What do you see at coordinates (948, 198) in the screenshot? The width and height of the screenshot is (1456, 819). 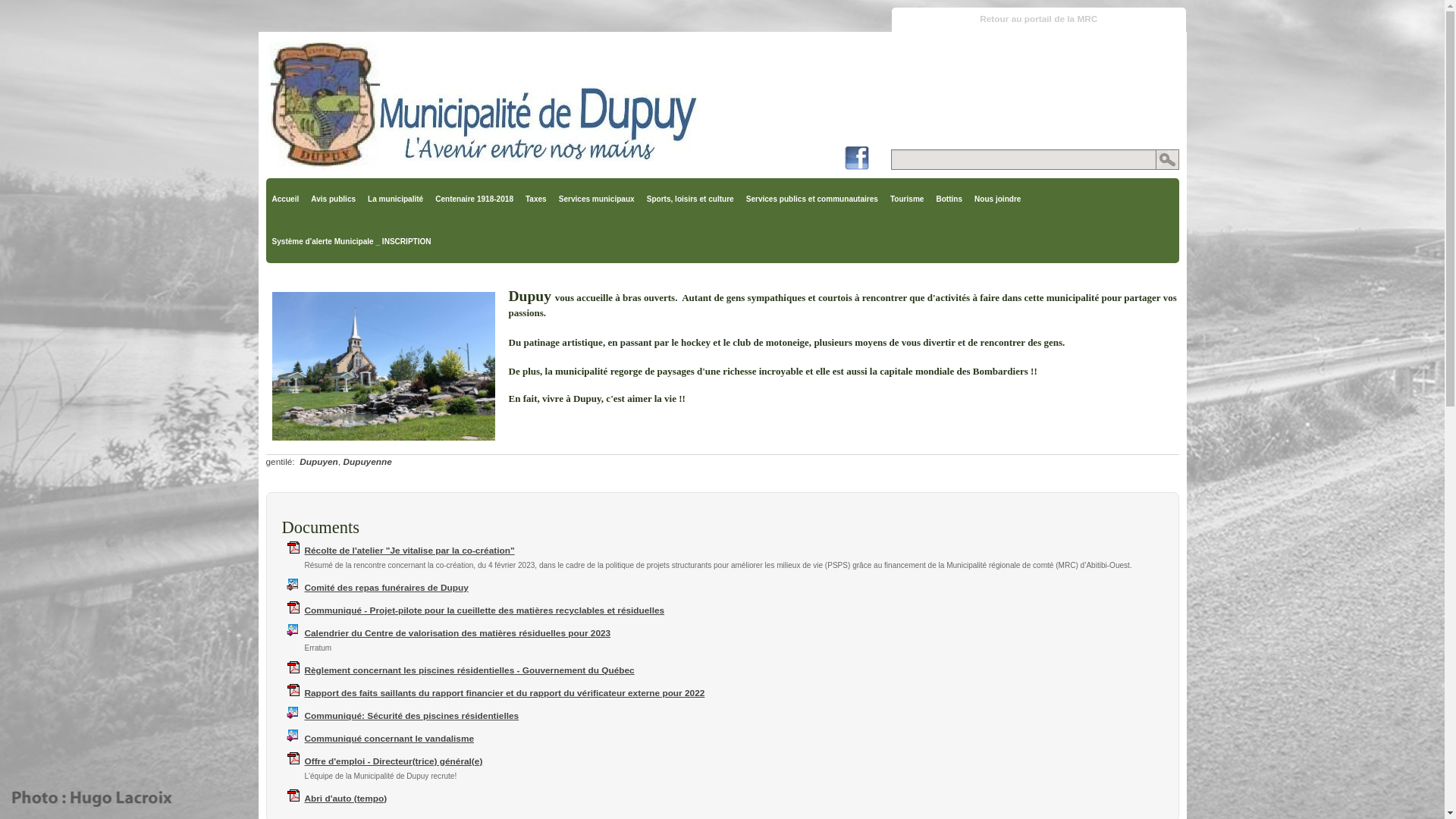 I see `'Bottins'` at bounding box center [948, 198].